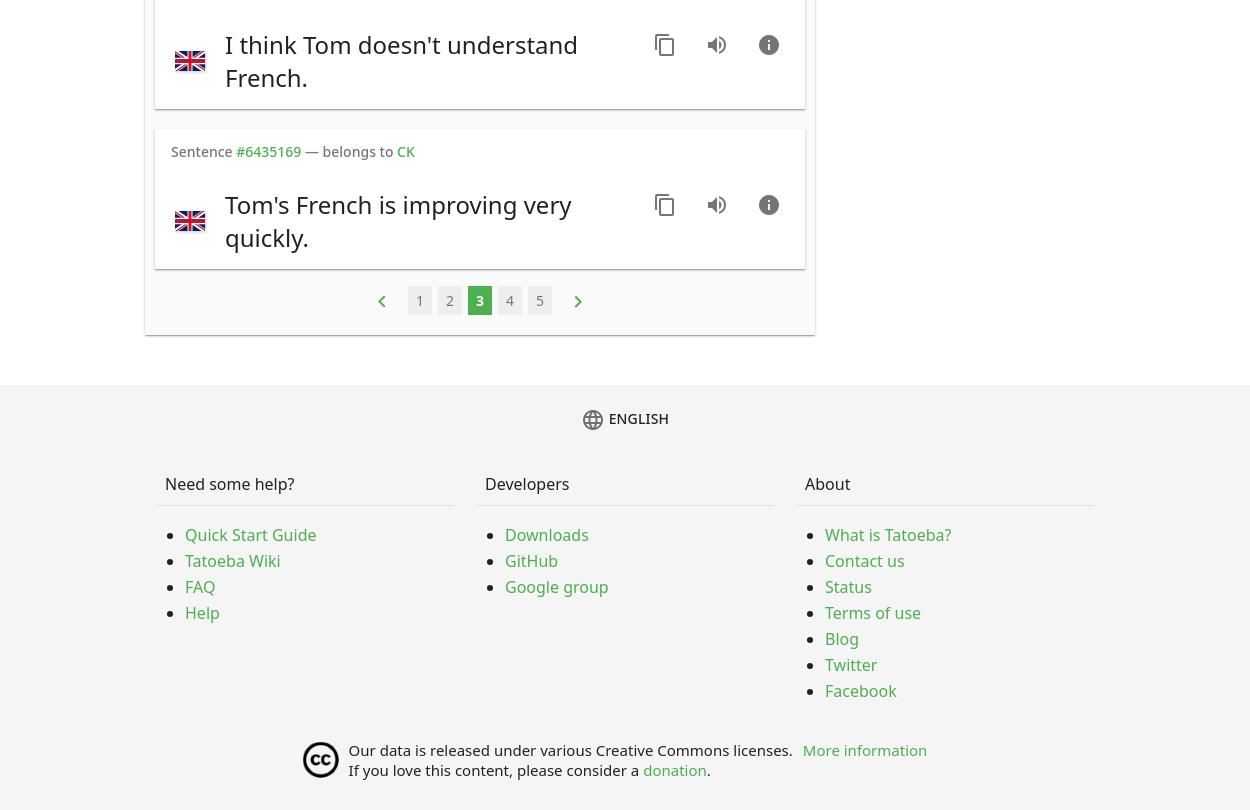 This screenshot has height=810, width=1250. Describe the element at coordinates (505, 587) in the screenshot. I see `'Google group'` at that location.